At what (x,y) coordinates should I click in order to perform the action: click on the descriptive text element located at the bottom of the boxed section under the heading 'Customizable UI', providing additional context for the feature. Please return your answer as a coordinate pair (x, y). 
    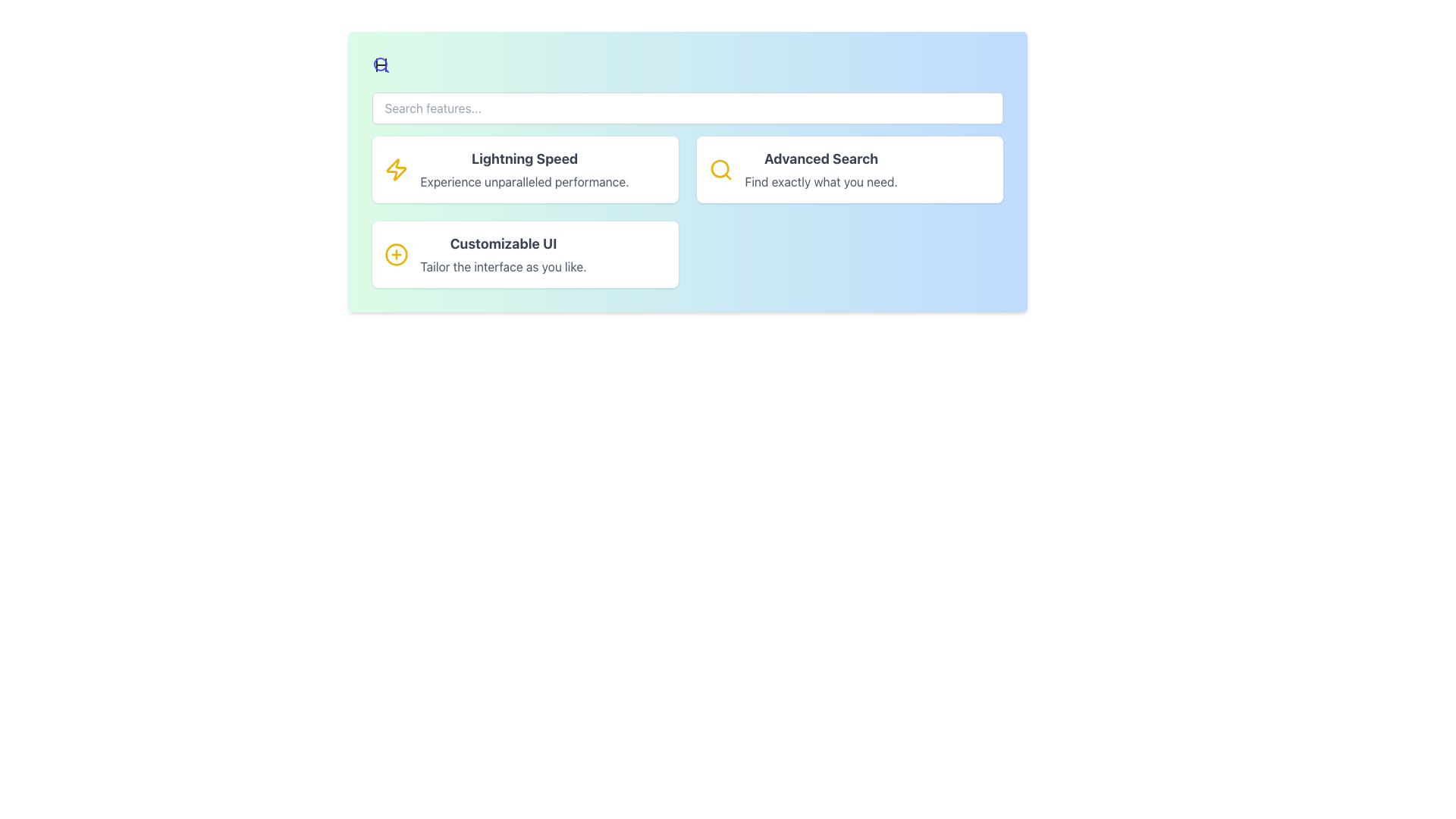
    Looking at the image, I should click on (504, 265).